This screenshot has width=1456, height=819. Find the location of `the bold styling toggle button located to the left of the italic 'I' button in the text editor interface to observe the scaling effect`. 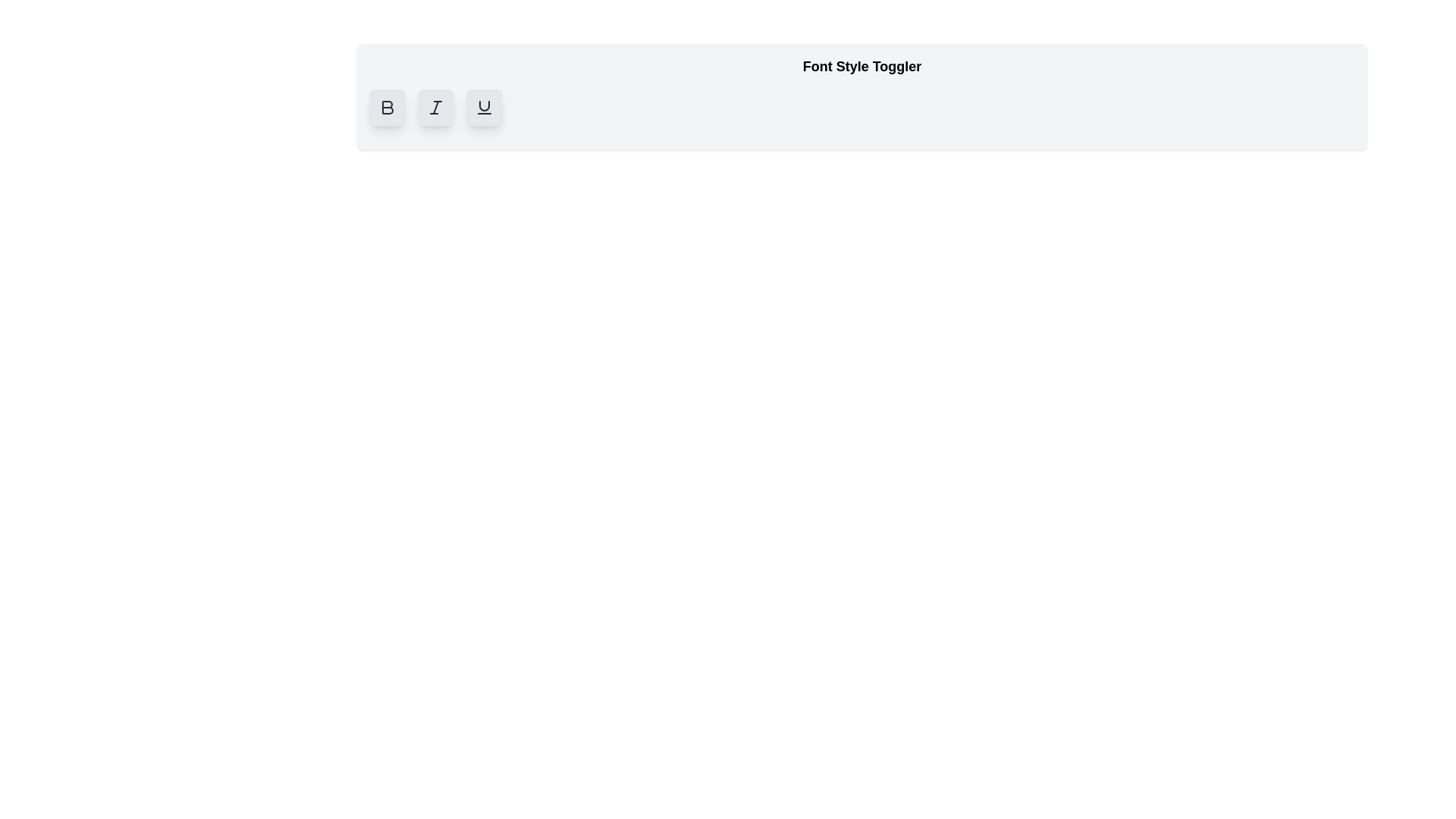

the bold styling toggle button located to the left of the italic 'I' button in the text editor interface to observe the scaling effect is located at coordinates (387, 107).